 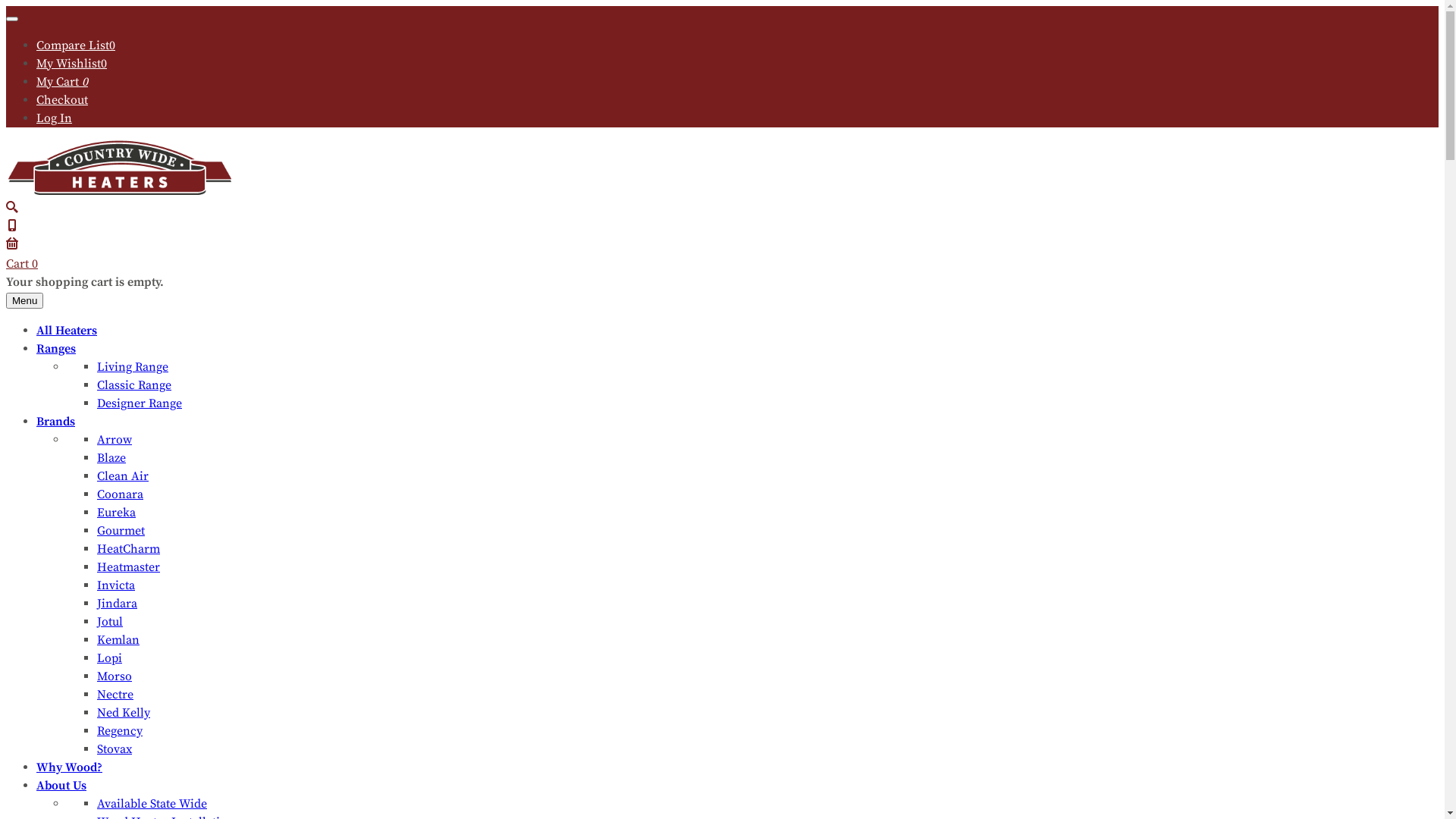 I want to click on 'All Heaters', so click(x=65, y=329).